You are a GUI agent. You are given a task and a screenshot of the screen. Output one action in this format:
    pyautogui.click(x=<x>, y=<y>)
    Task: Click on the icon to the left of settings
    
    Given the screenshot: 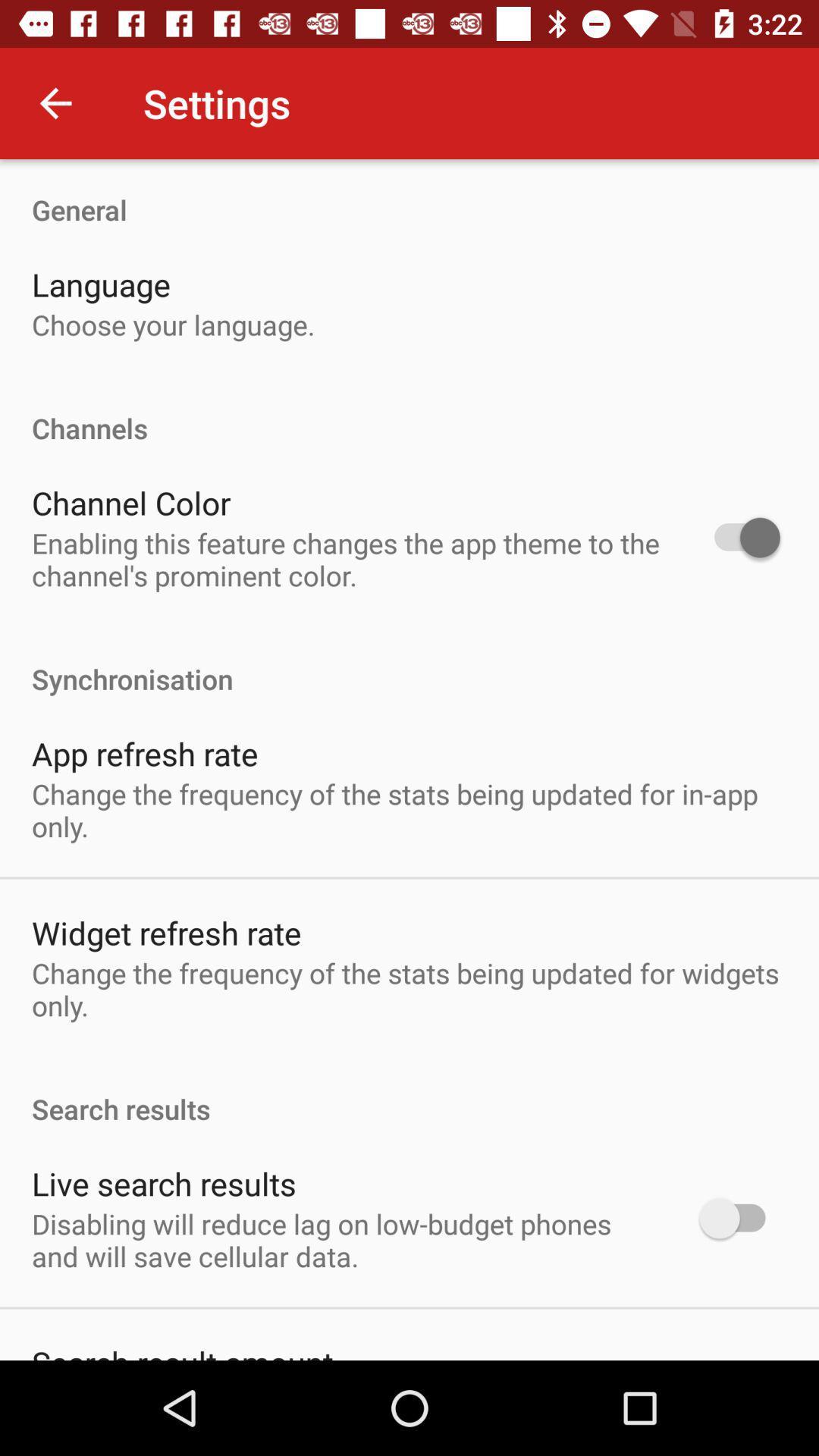 What is the action you would take?
    pyautogui.click(x=55, y=102)
    